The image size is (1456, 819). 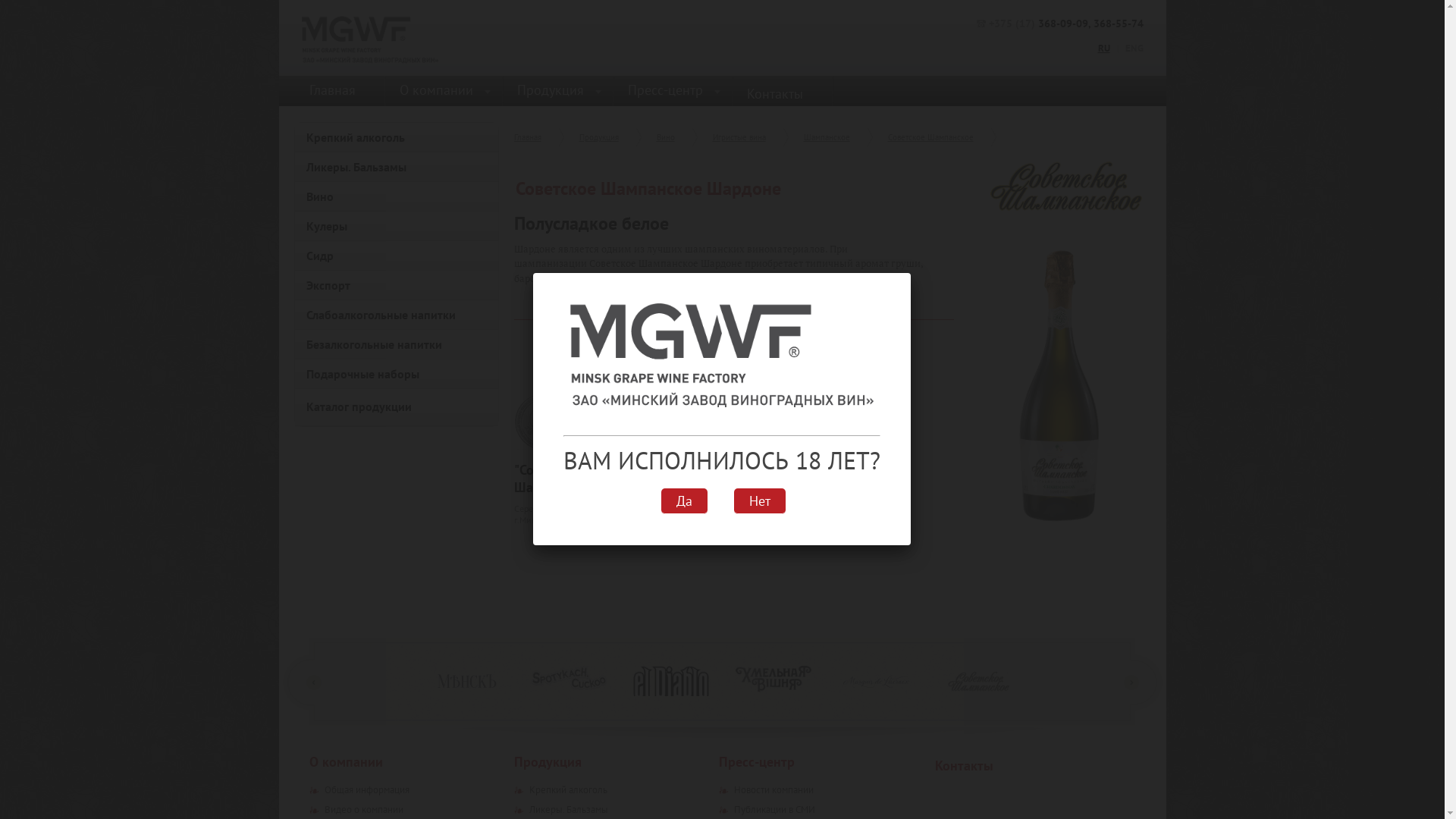 What do you see at coordinates (1118, 23) in the screenshot?
I see `'368-55-74'` at bounding box center [1118, 23].